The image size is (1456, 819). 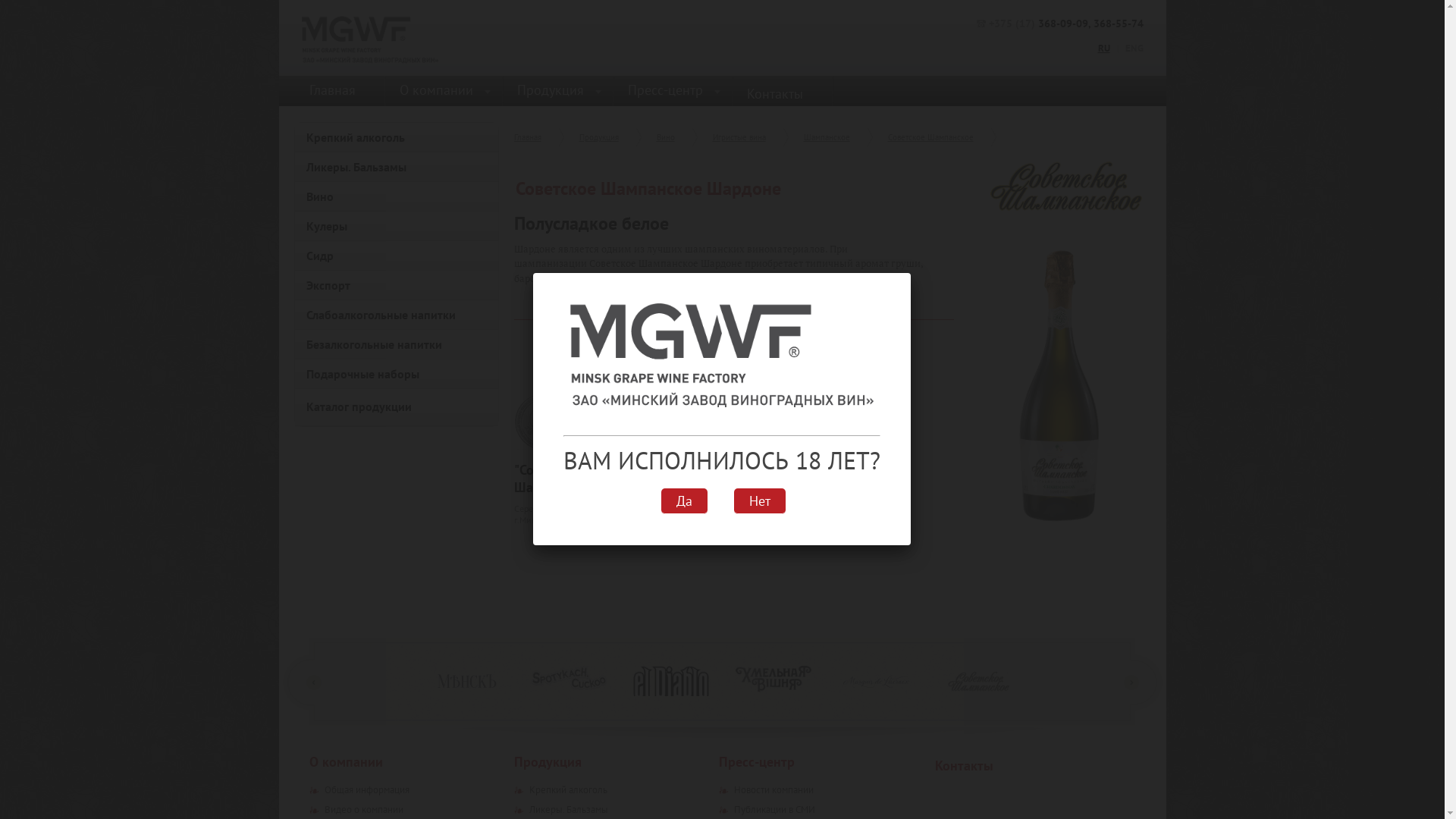 What do you see at coordinates (1118, 23) in the screenshot?
I see `'368-55-74'` at bounding box center [1118, 23].